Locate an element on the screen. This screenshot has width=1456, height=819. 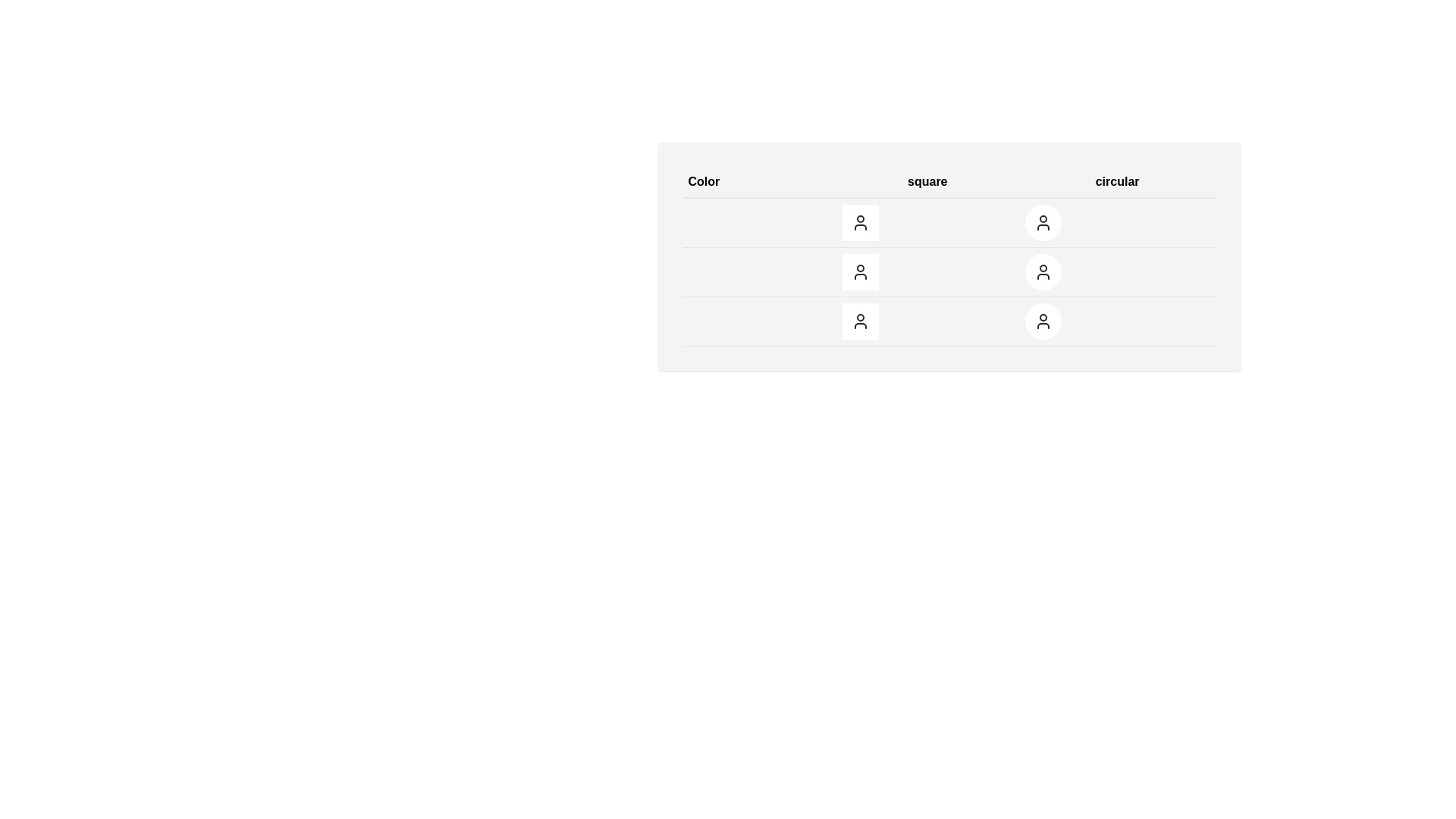
the user profile graphical icon located in the second column of the third row under the 'circular' column header is located at coordinates (1042, 271).